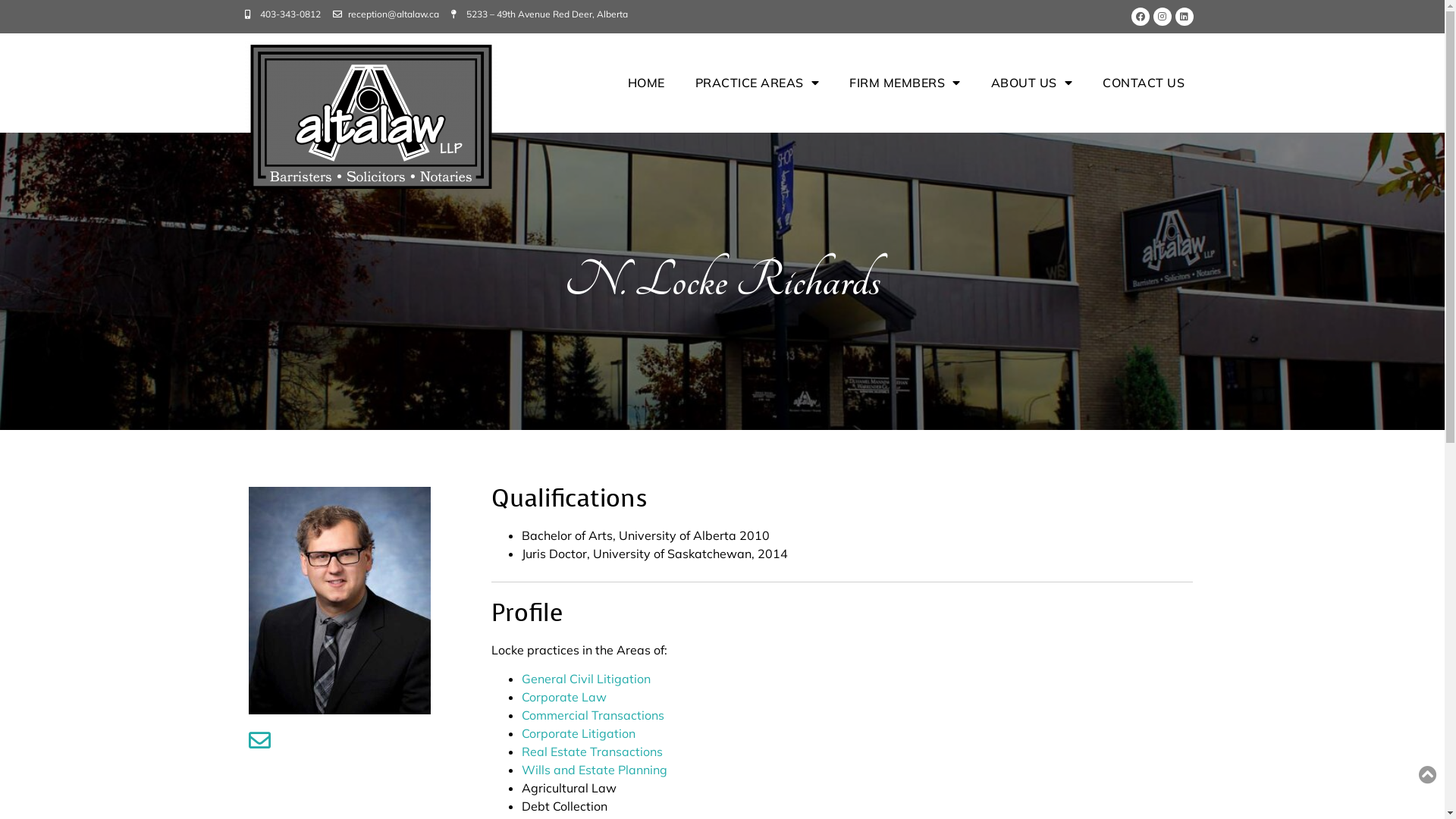 This screenshot has width=1456, height=819. What do you see at coordinates (521, 714) in the screenshot?
I see `'Commercial Transactions'` at bounding box center [521, 714].